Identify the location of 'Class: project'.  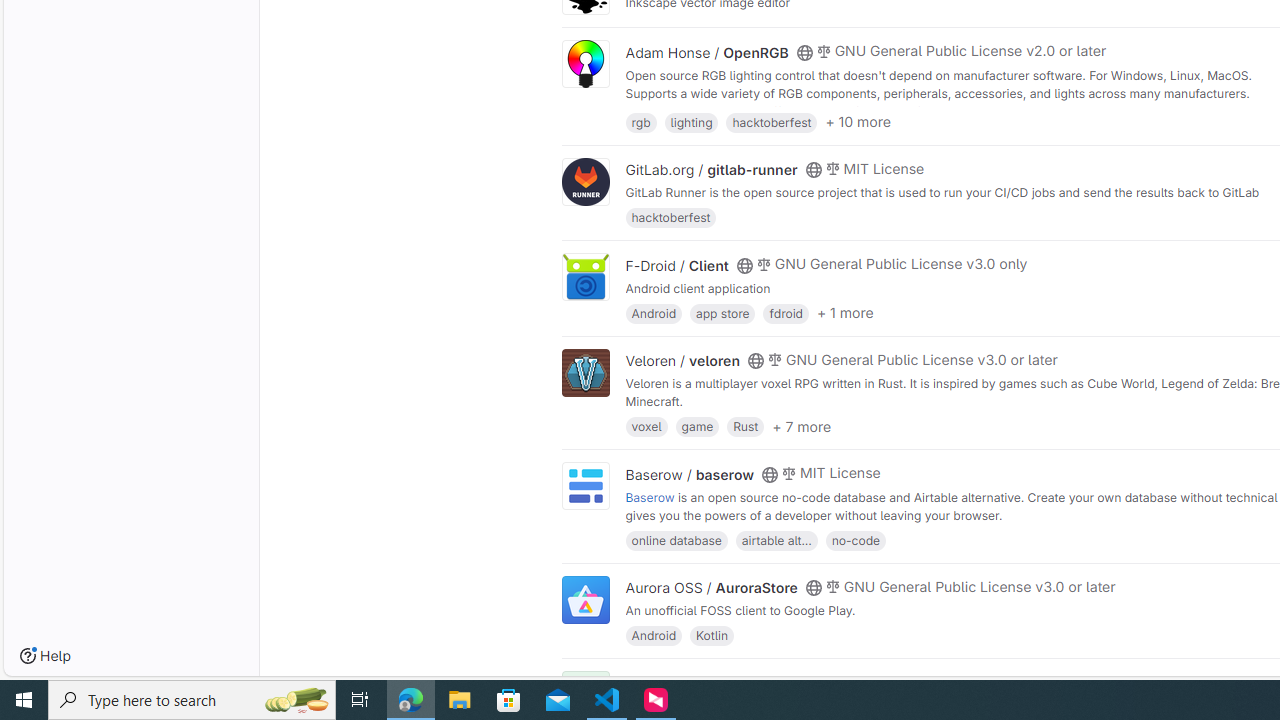
(584, 598).